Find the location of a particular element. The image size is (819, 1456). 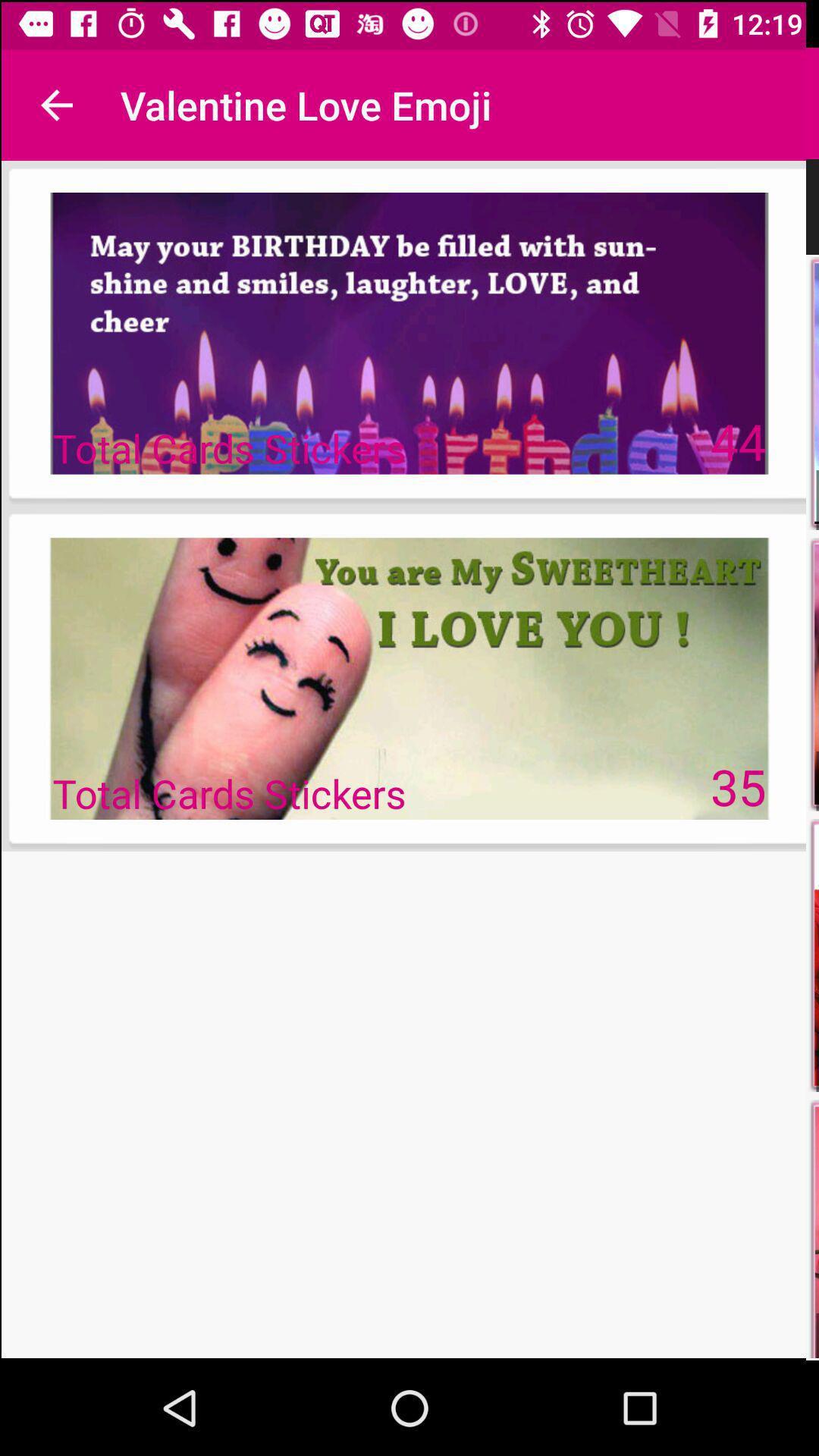

35 is located at coordinates (739, 786).